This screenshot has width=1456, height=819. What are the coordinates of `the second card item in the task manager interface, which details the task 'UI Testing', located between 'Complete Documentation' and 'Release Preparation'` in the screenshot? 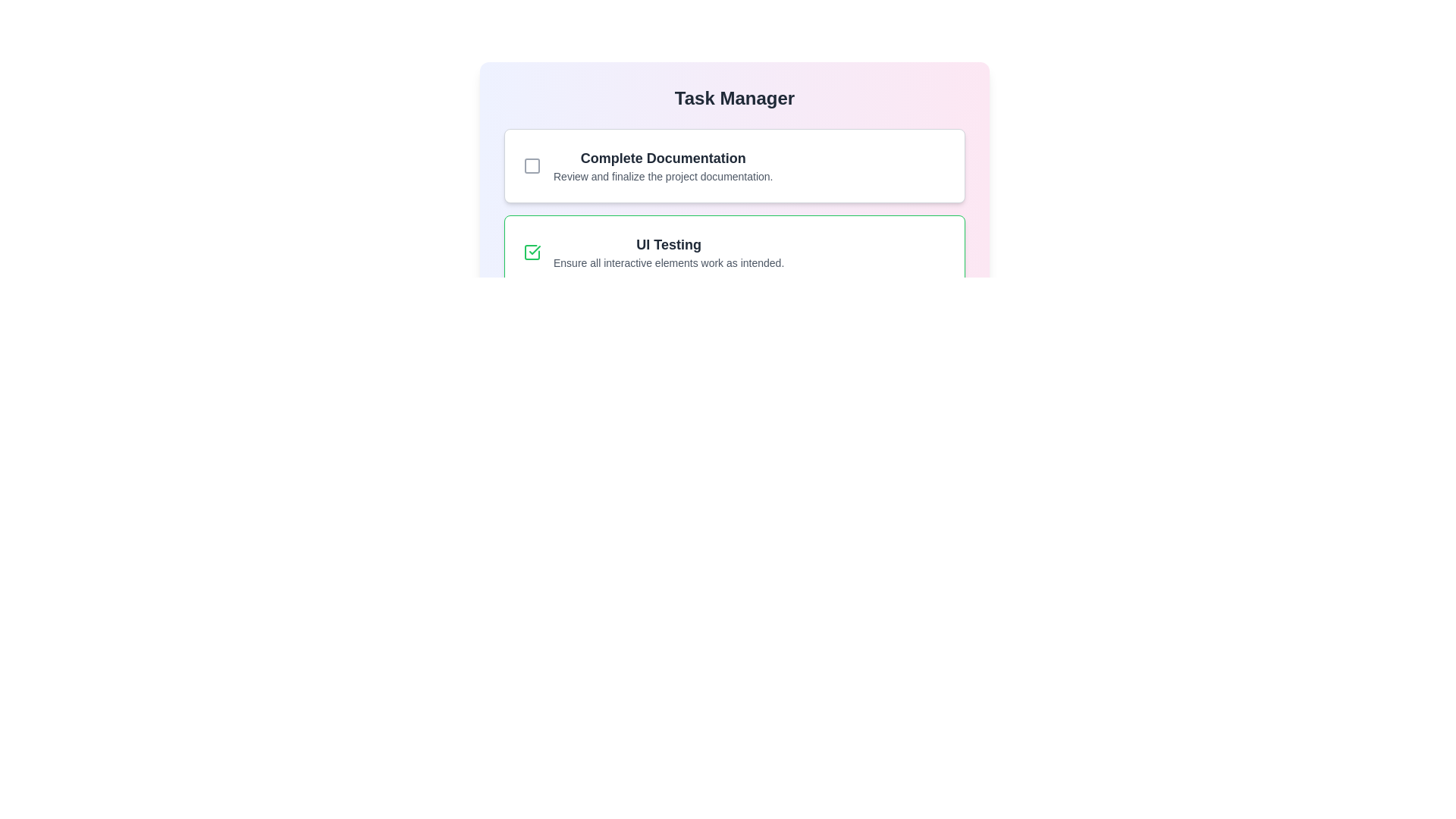 It's located at (735, 251).